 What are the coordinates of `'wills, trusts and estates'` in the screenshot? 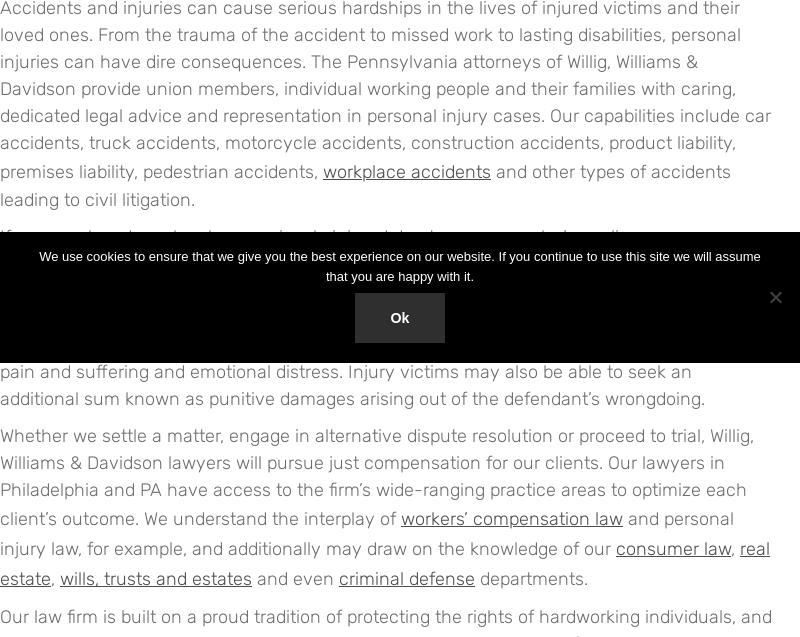 It's located at (59, 578).